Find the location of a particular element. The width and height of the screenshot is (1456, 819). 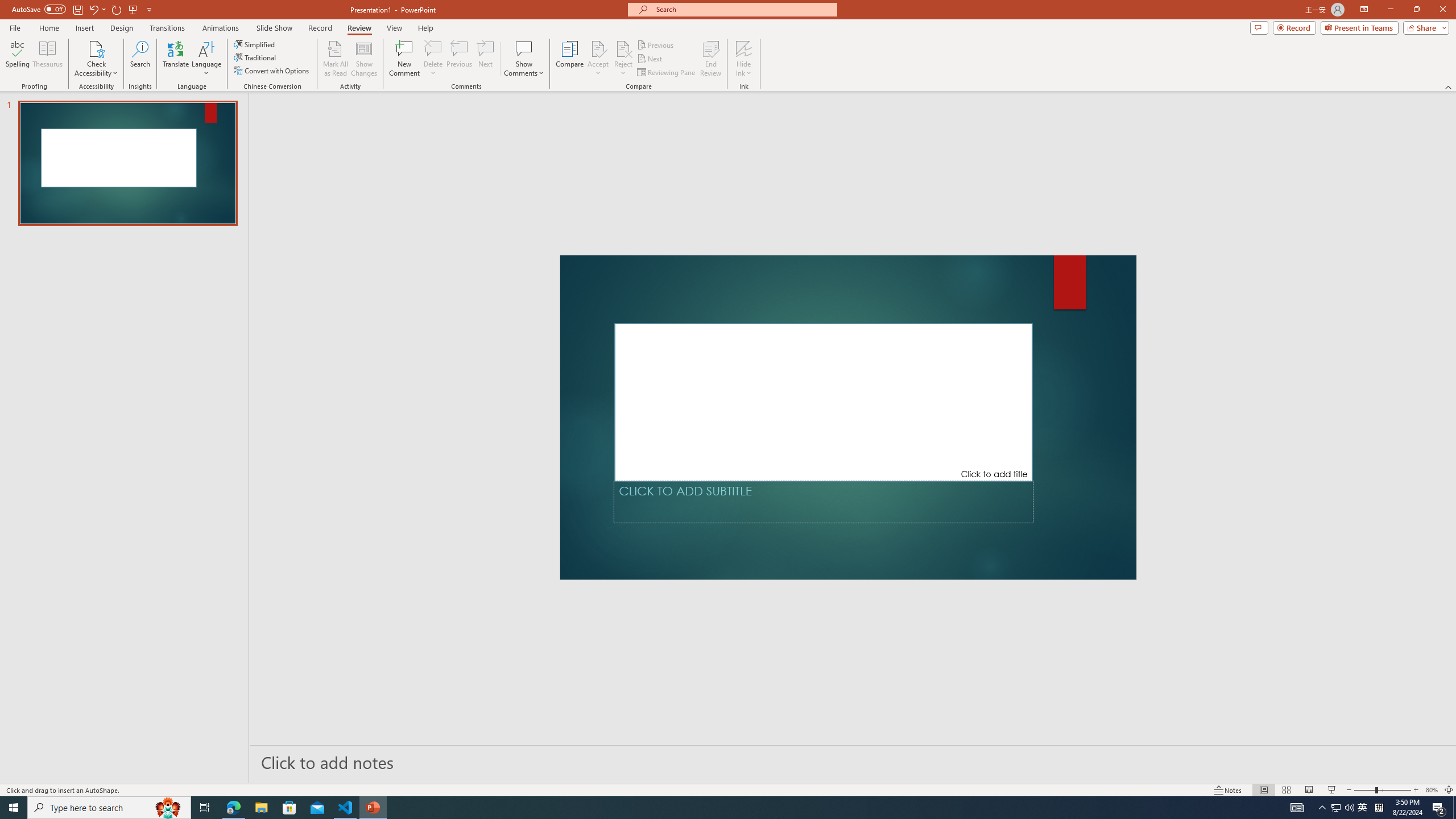

'Review' is located at coordinates (359, 28).